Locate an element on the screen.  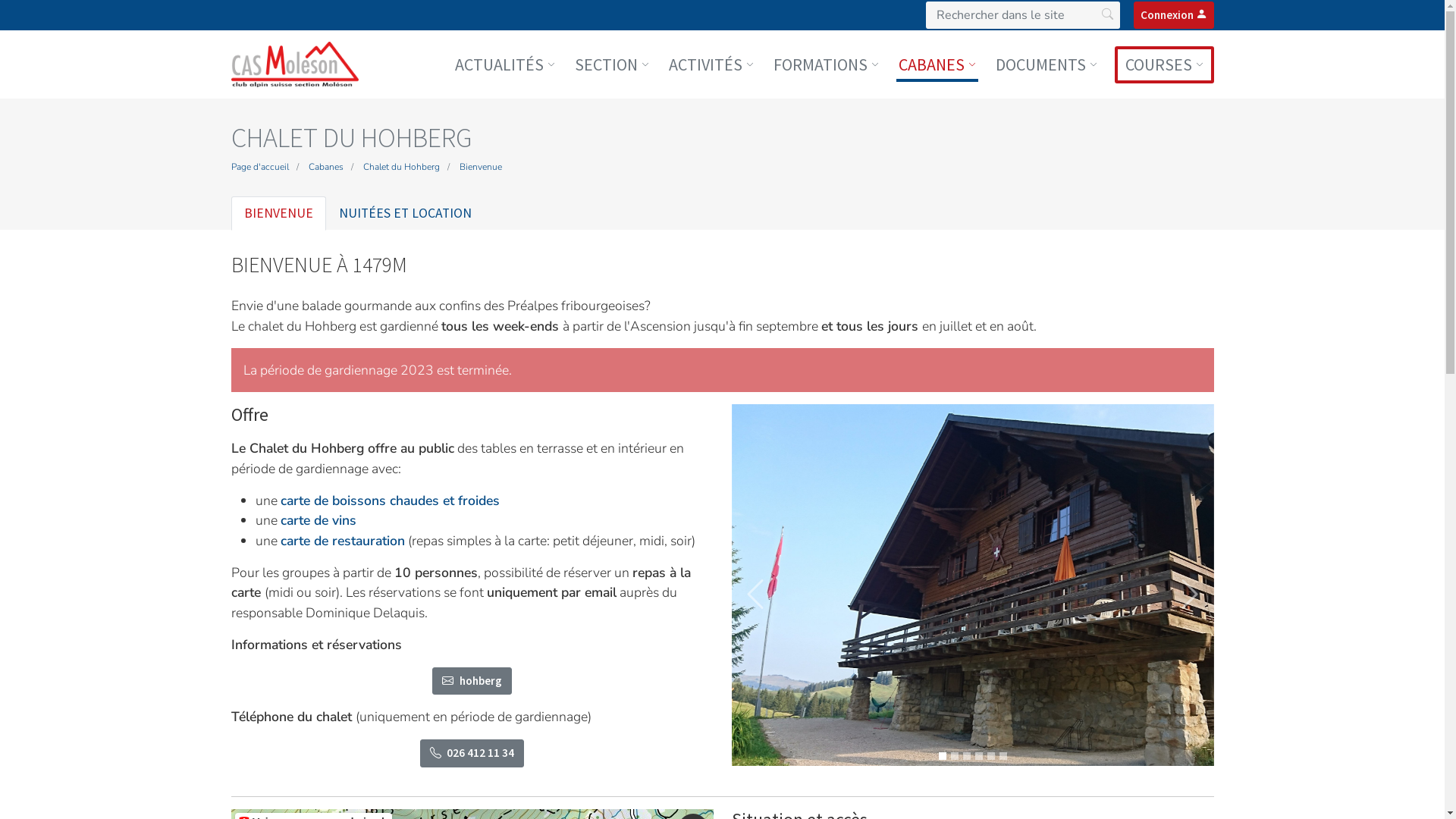
'carte de restauration' is located at coordinates (341, 540).